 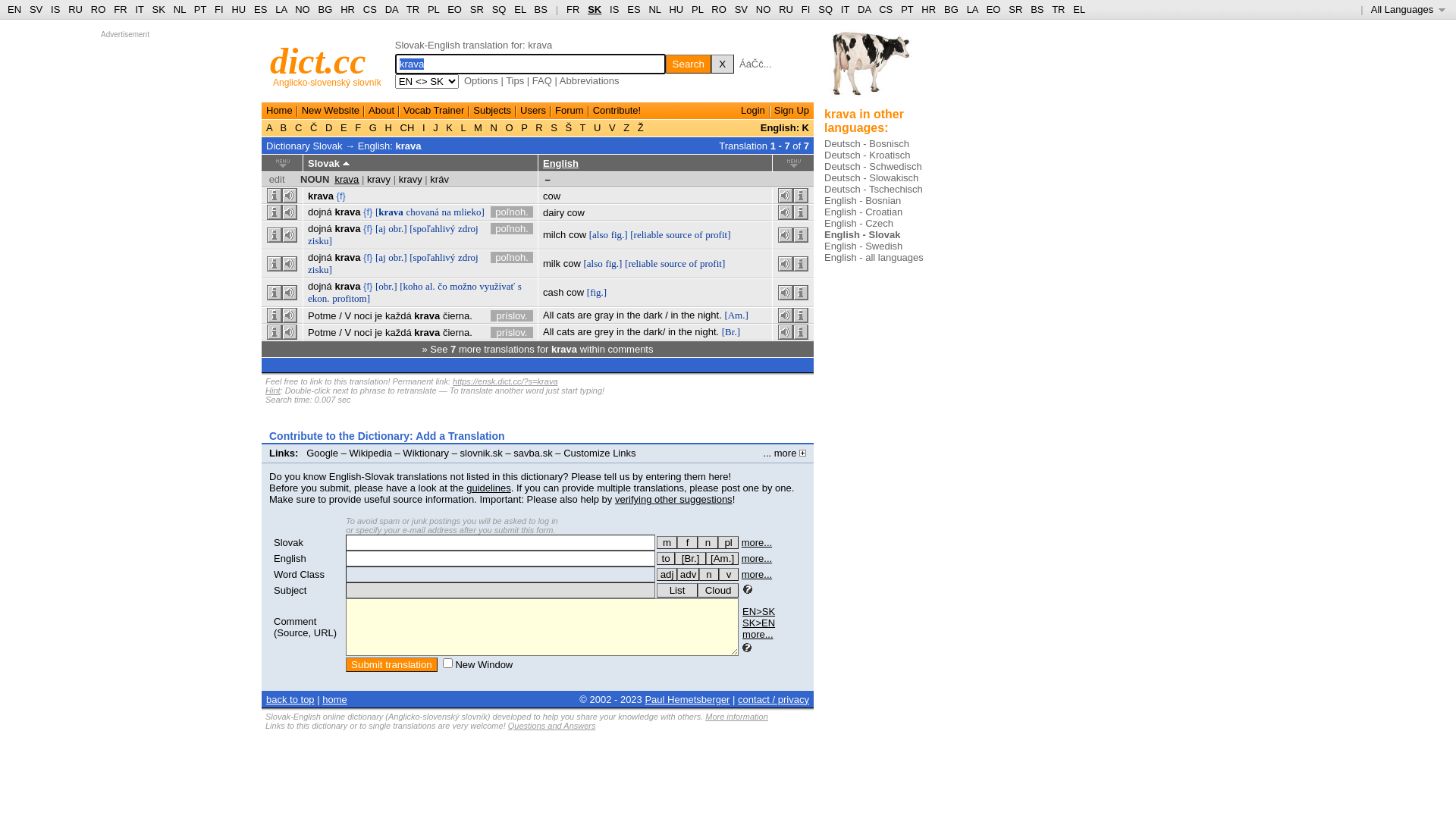 I want to click on 'All Languages ', so click(x=1407, y=9).